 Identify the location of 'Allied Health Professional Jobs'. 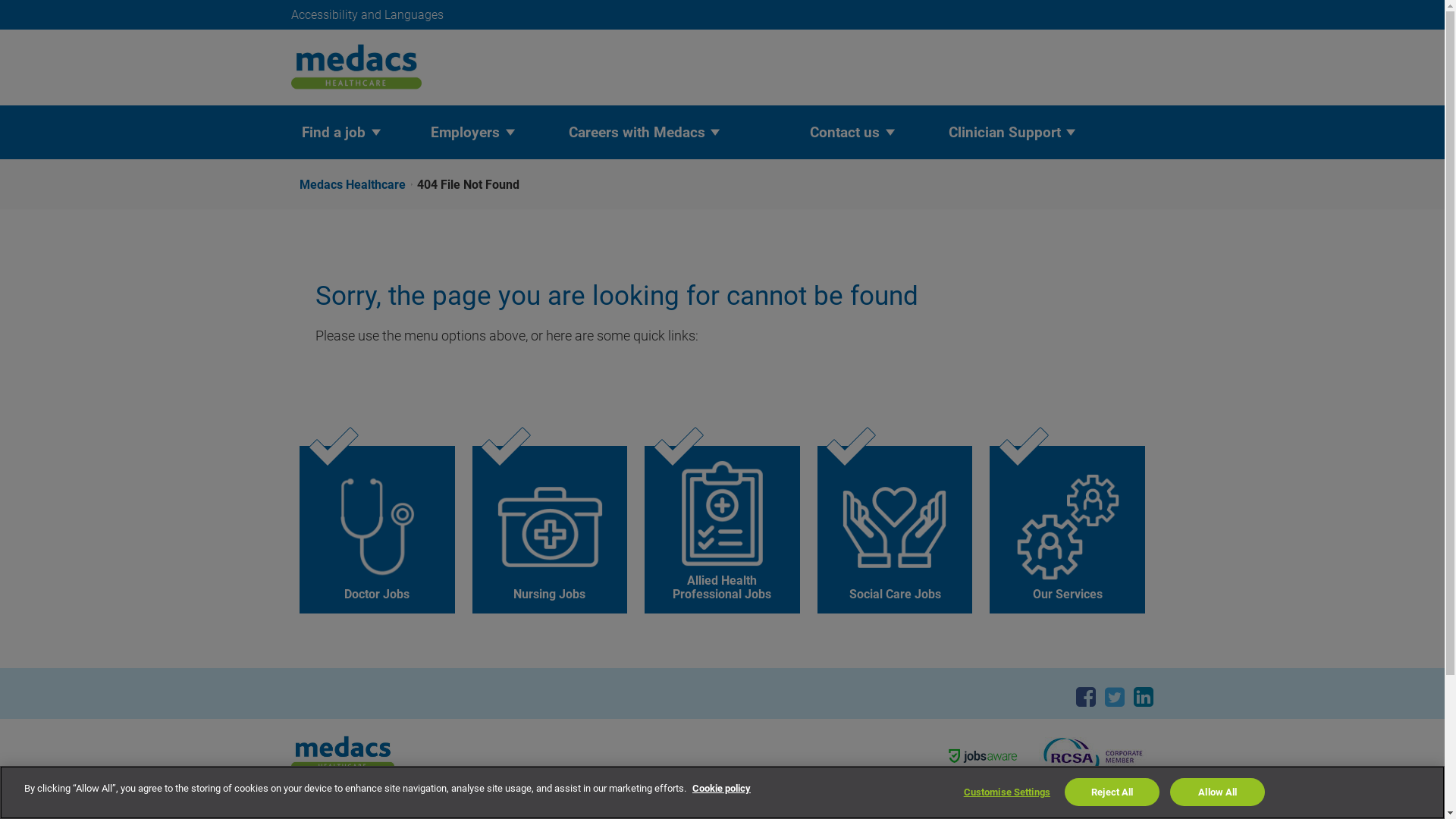
(644, 529).